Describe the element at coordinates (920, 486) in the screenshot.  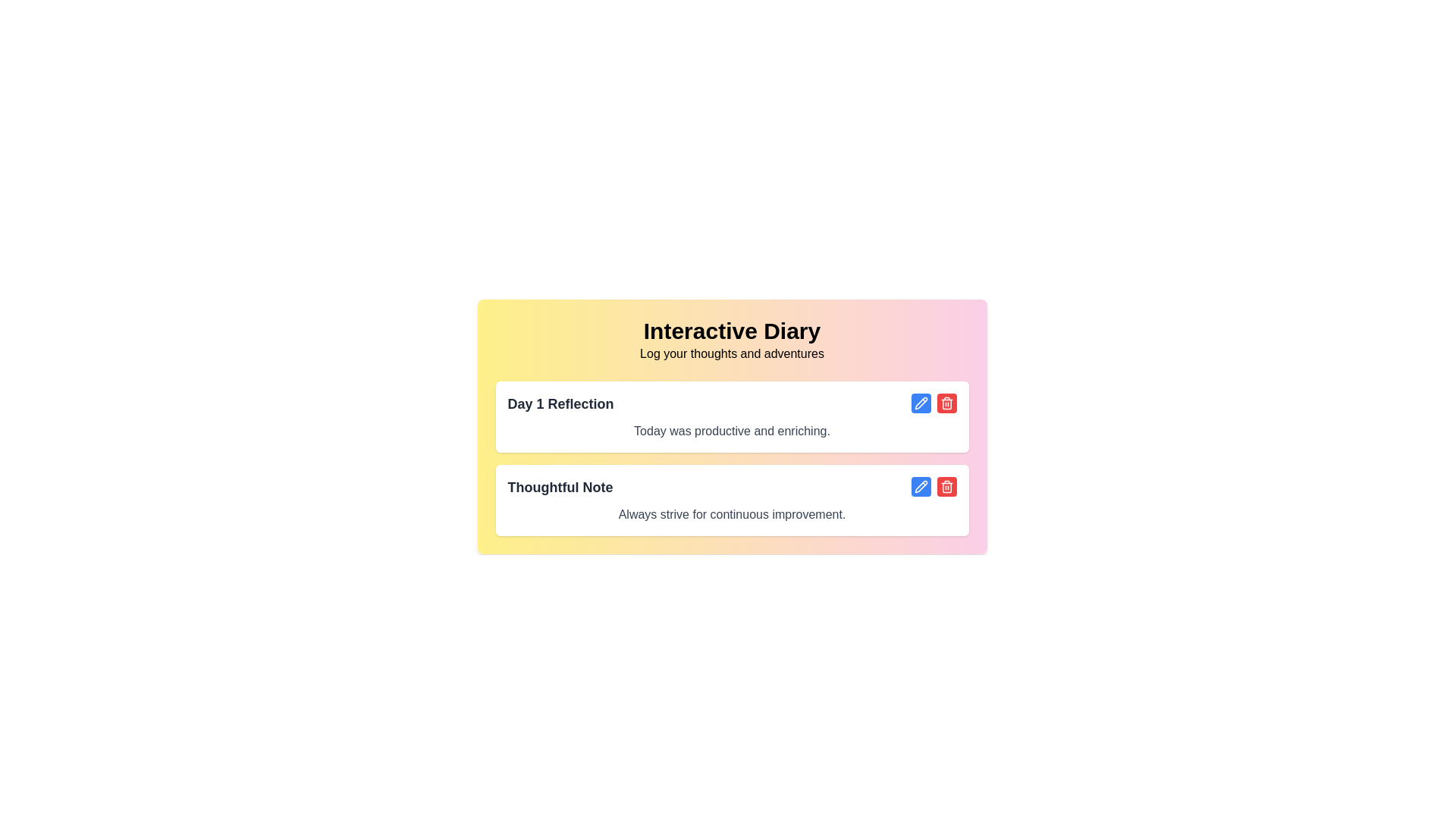
I see `the 'Edit' button located on the right side of the second list item, which is associated with the 'Thoughtful Note' text box, to initiate edit mode for the associated text` at that location.